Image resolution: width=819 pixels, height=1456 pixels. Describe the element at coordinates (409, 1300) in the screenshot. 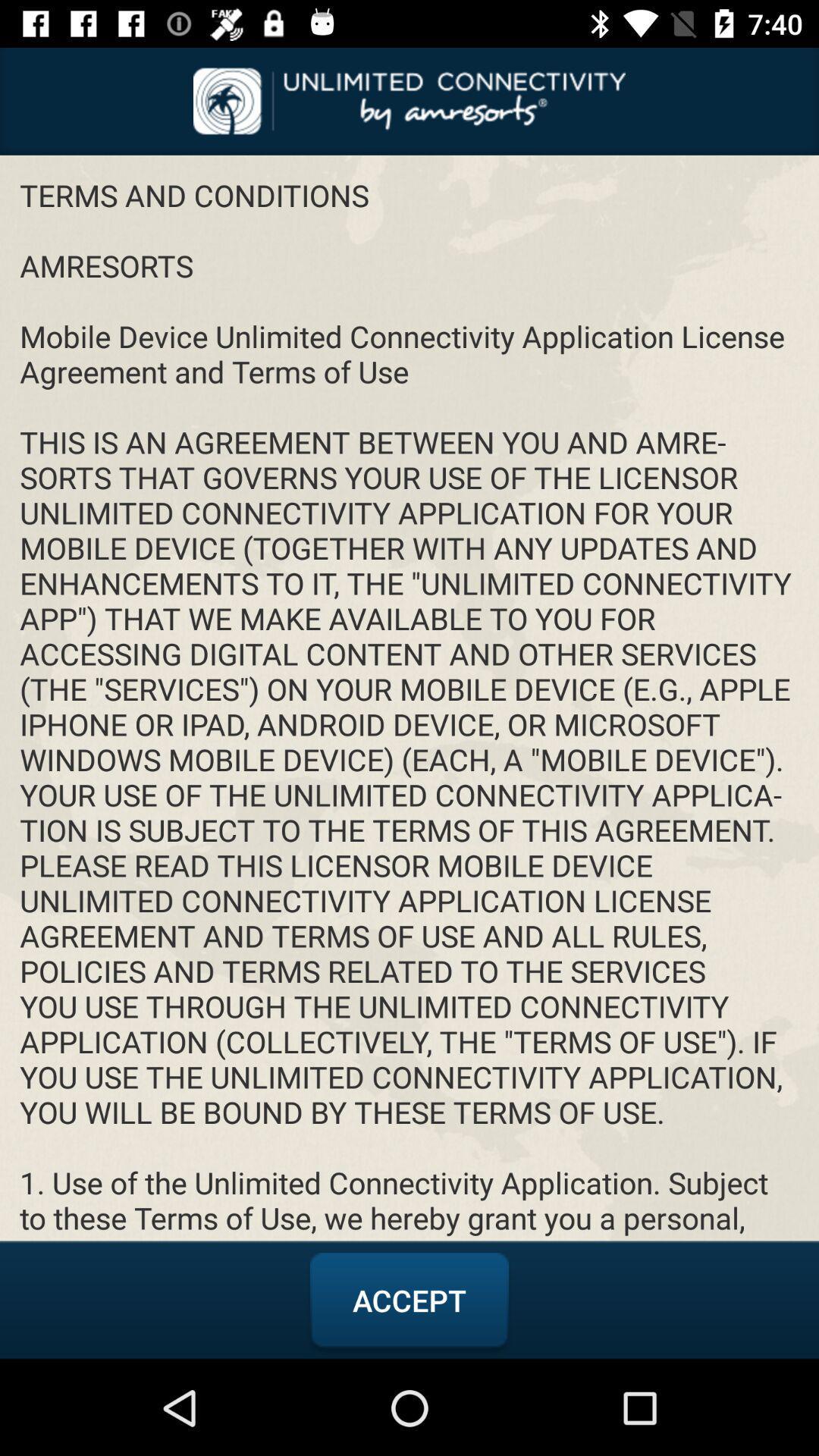

I see `the item below the terms and conditions item` at that location.